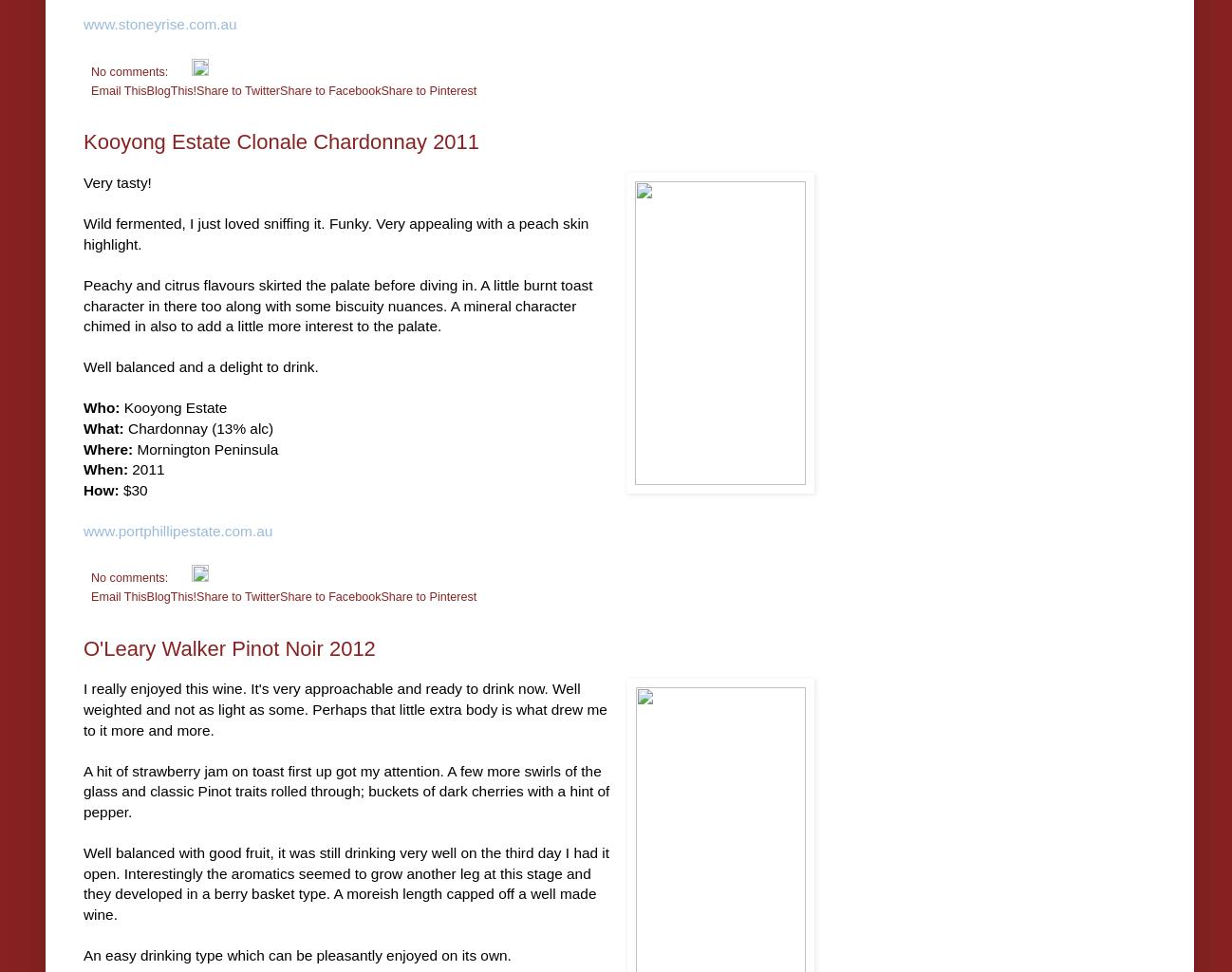 The image size is (1232, 972). What do you see at coordinates (197, 427) in the screenshot?
I see `'Chardonnay (13% alc)'` at bounding box center [197, 427].